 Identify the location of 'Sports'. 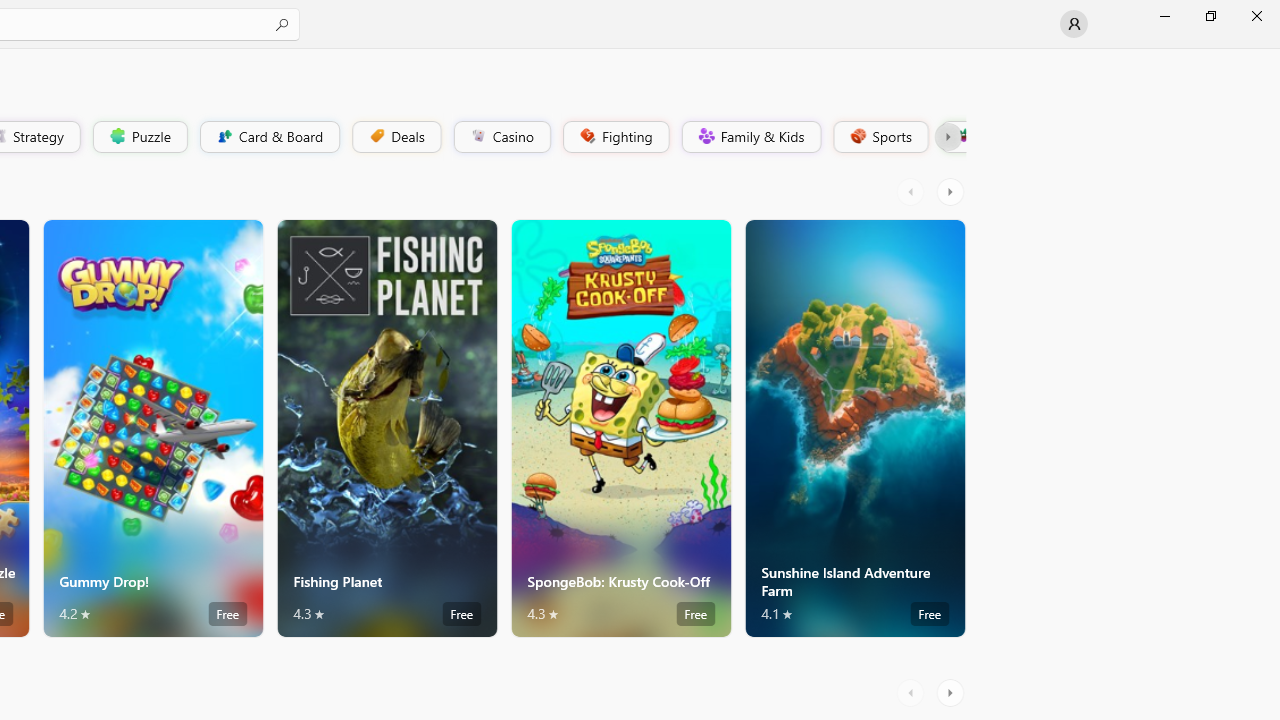
(879, 135).